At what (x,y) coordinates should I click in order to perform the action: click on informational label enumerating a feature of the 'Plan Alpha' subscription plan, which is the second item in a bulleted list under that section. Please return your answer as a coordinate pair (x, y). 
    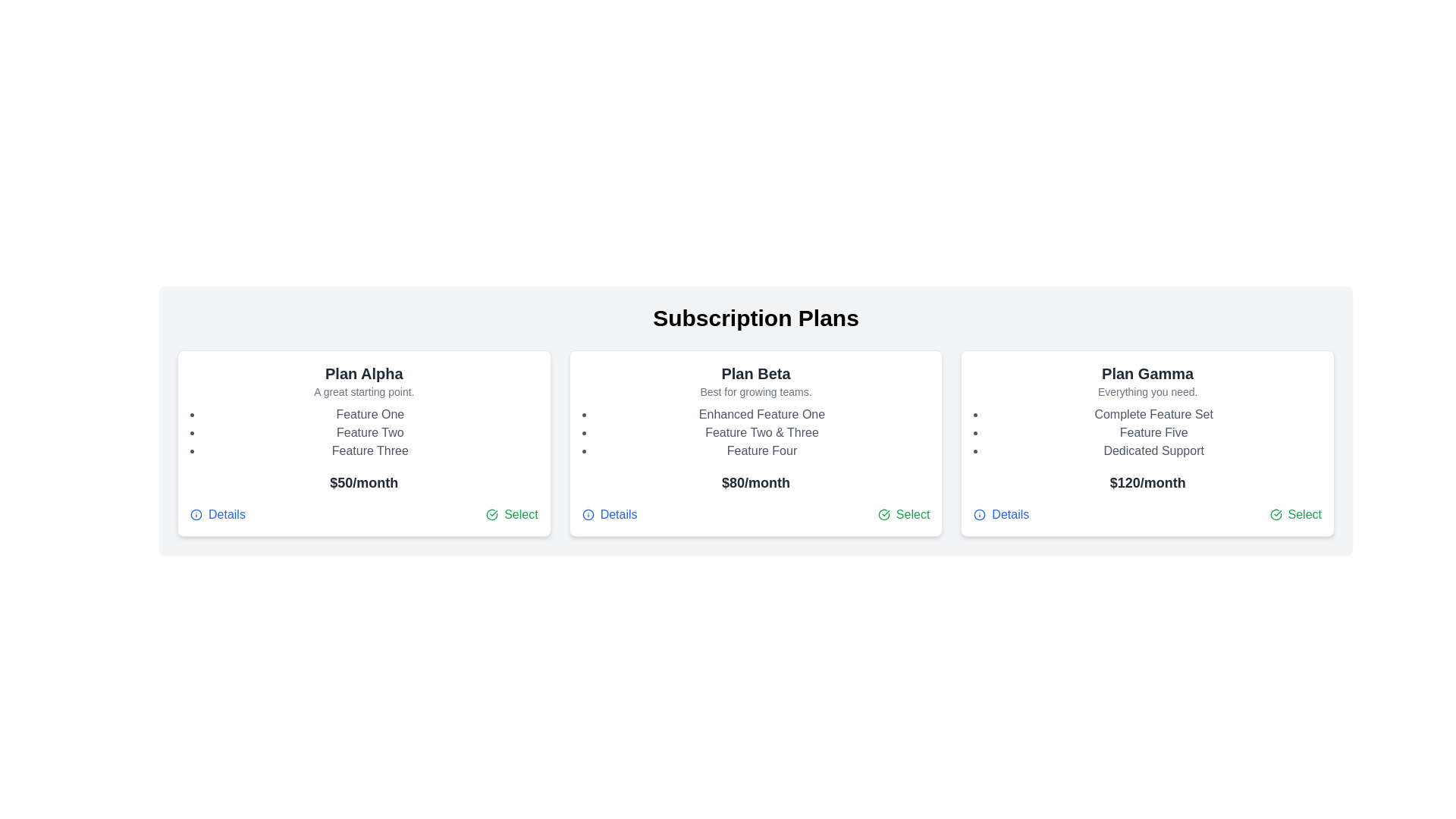
    Looking at the image, I should click on (370, 432).